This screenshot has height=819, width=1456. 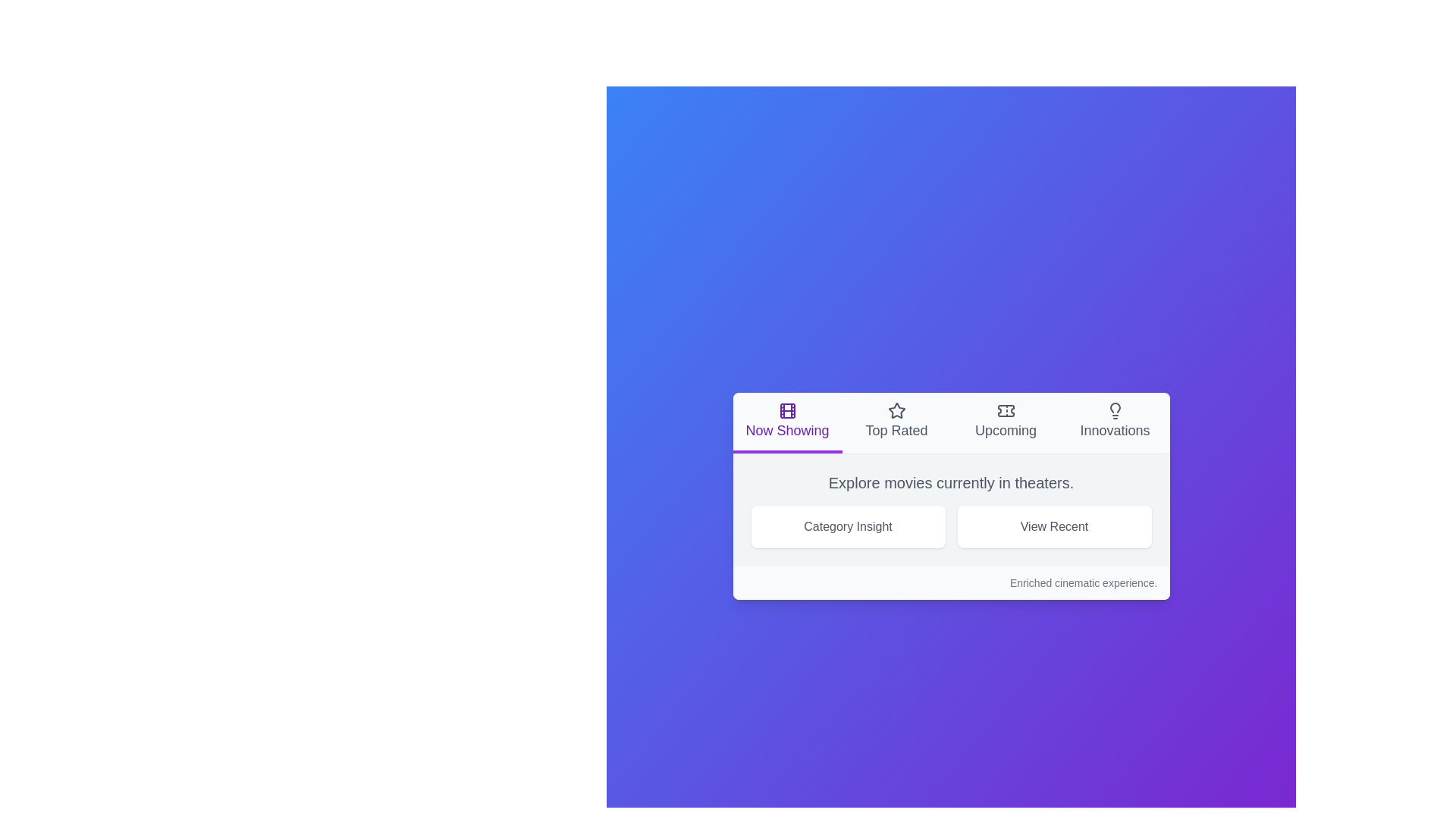 What do you see at coordinates (896, 410) in the screenshot?
I see `the star icon` at bounding box center [896, 410].